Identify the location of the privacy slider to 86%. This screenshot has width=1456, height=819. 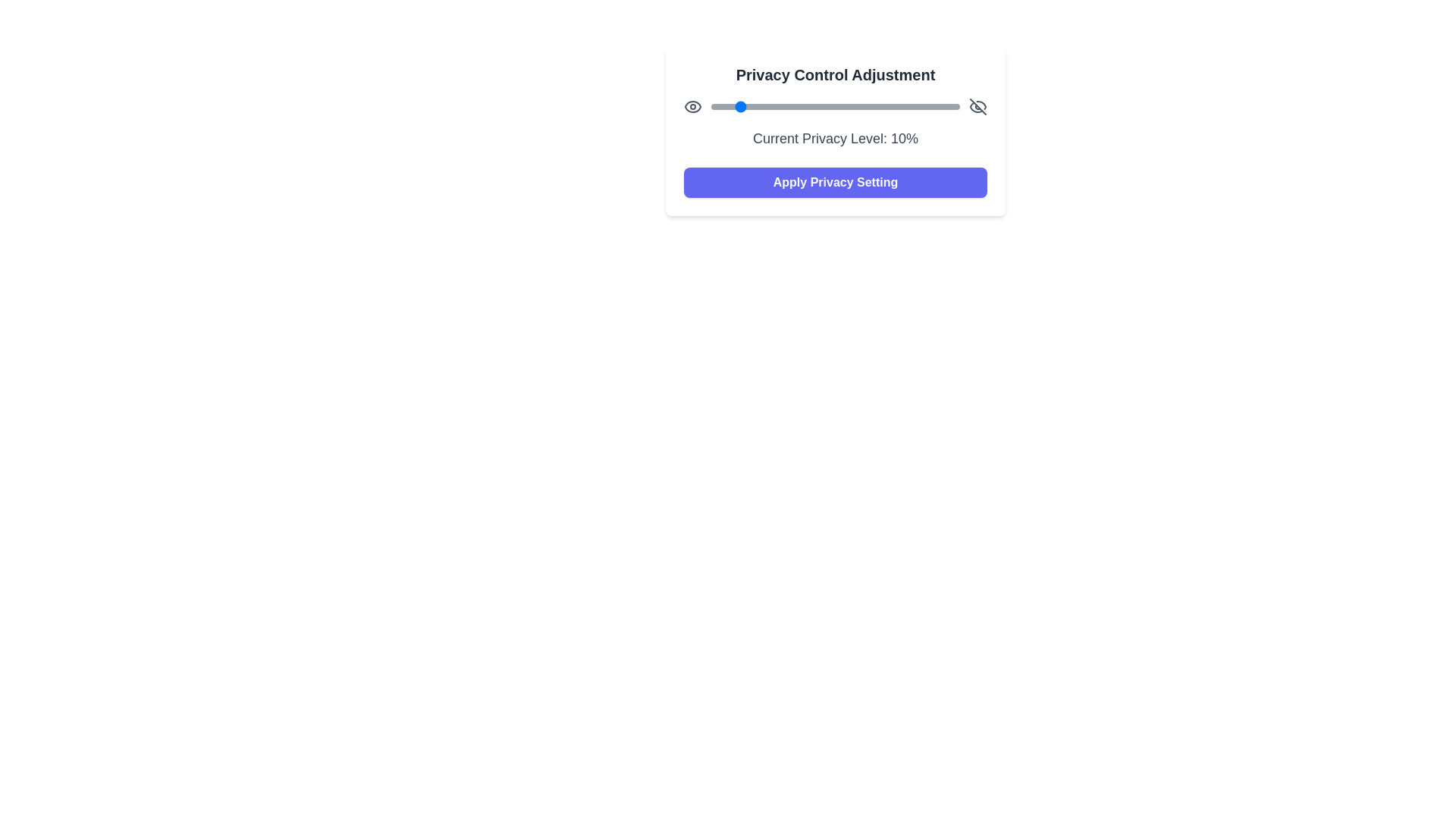
(924, 106).